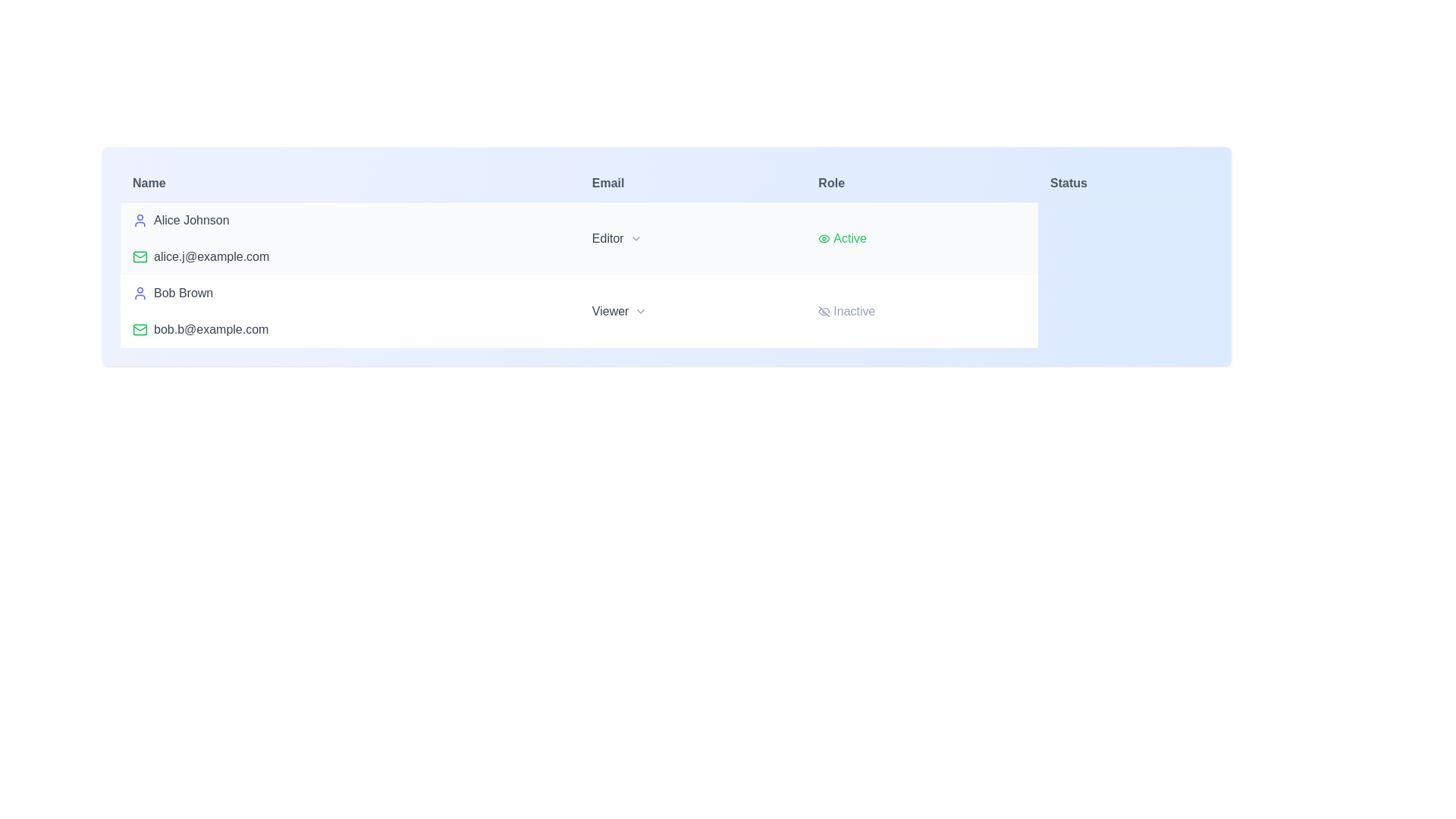 The width and height of the screenshot is (1456, 819). Describe the element at coordinates (140, 293) in the screenshot. I see `the user profile icon located in the second row of the 'Name' column, positioned before the text label 'Bob Brown'` at that location.